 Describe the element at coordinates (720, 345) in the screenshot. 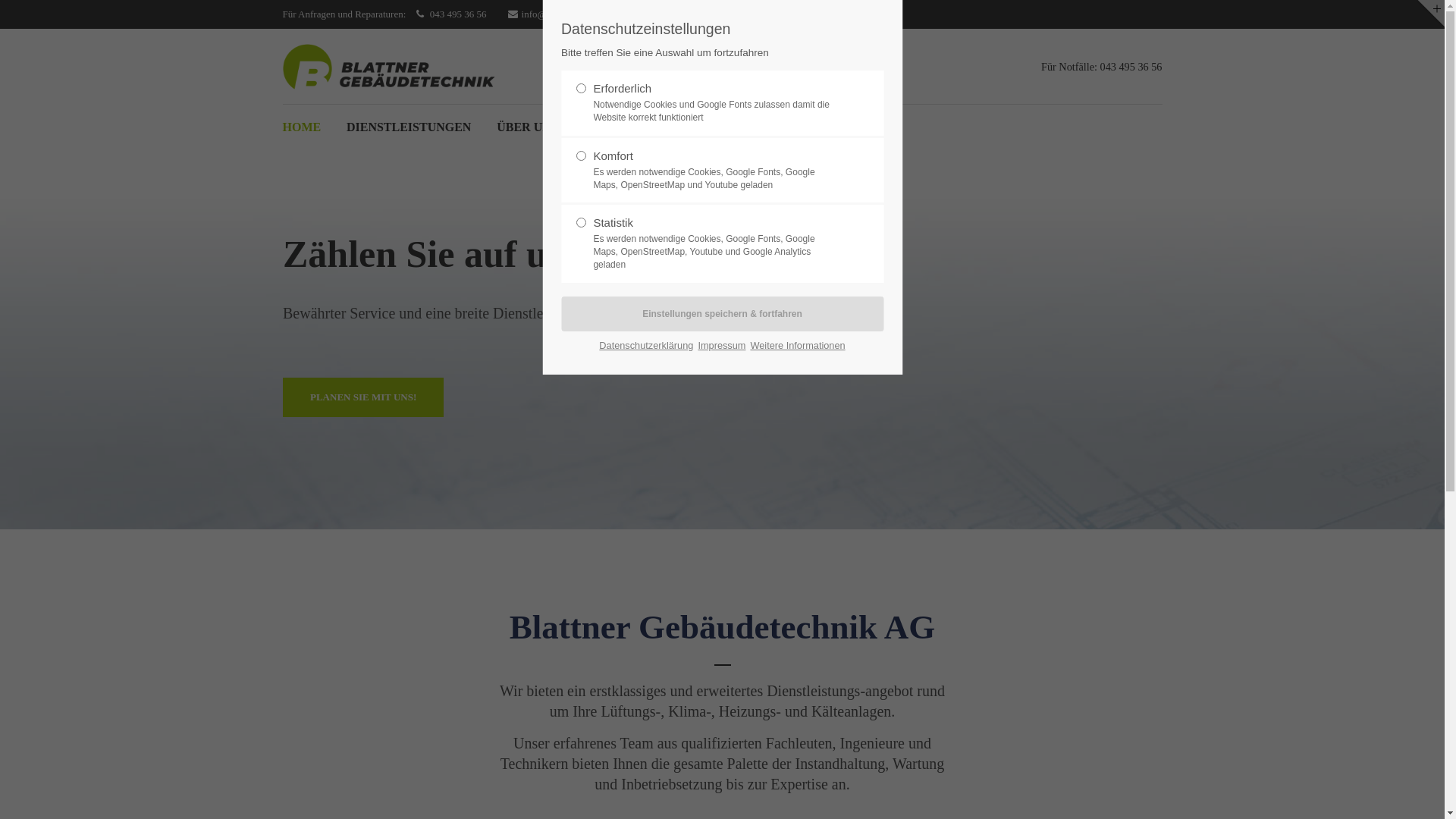

I see `'Impressum'` at that location.